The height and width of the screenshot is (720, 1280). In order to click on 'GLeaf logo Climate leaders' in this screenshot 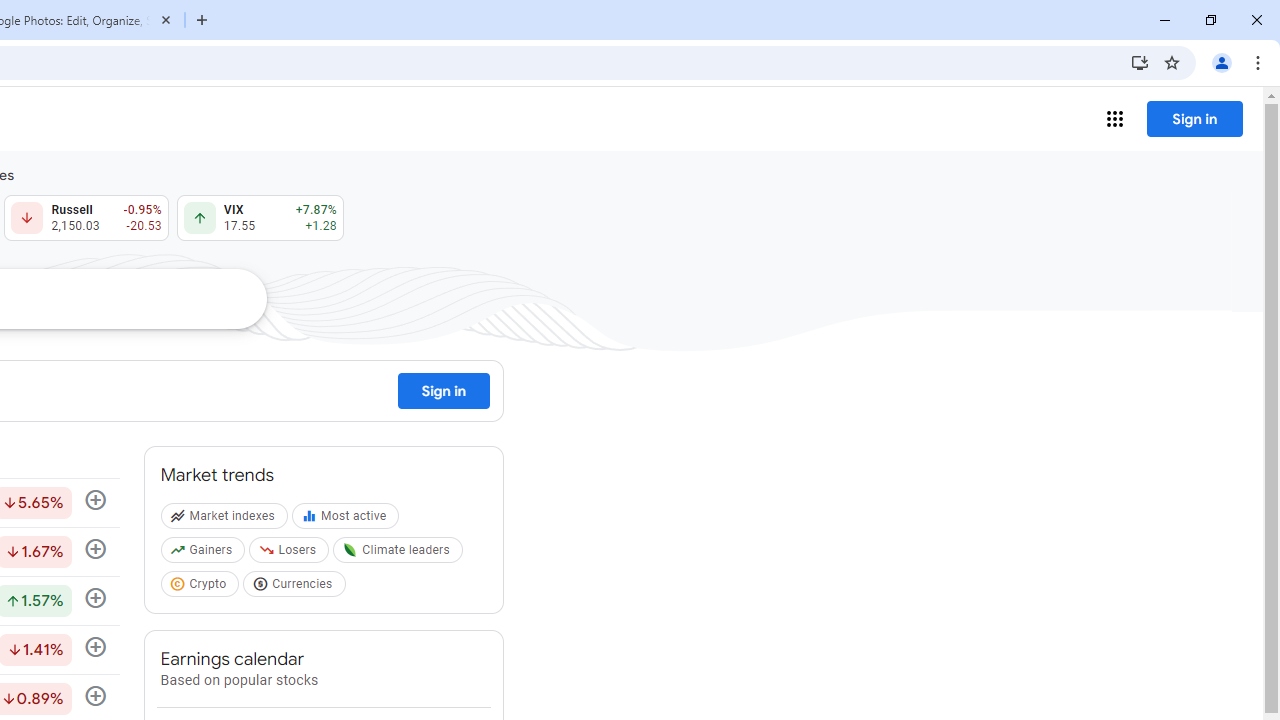, I will do `click(400, 554)`.